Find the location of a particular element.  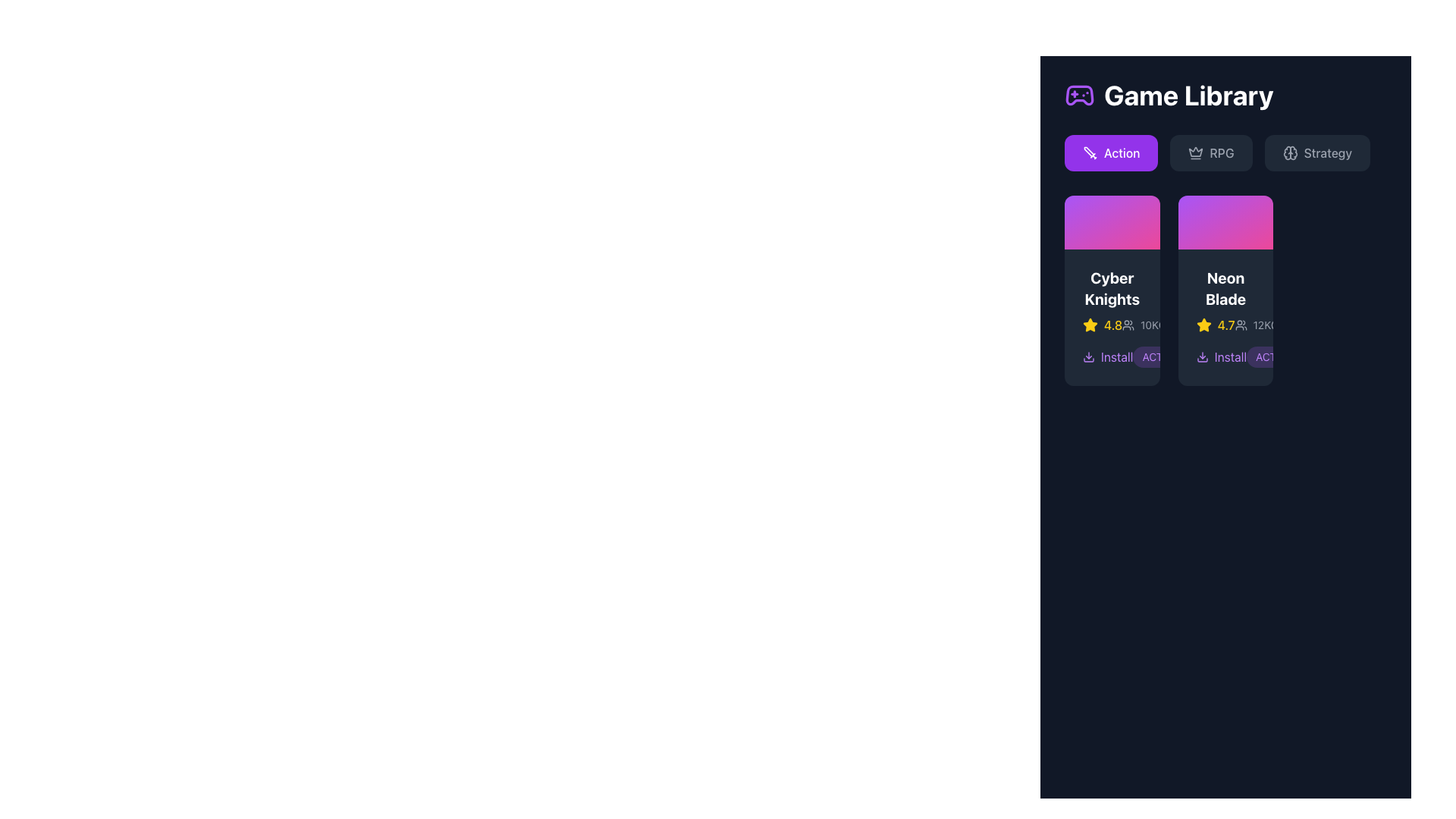

the text label reading 'Action' located within the first purple button in a row of category buttons near the top left corner of the interface is located at coordinates (1122, 152).